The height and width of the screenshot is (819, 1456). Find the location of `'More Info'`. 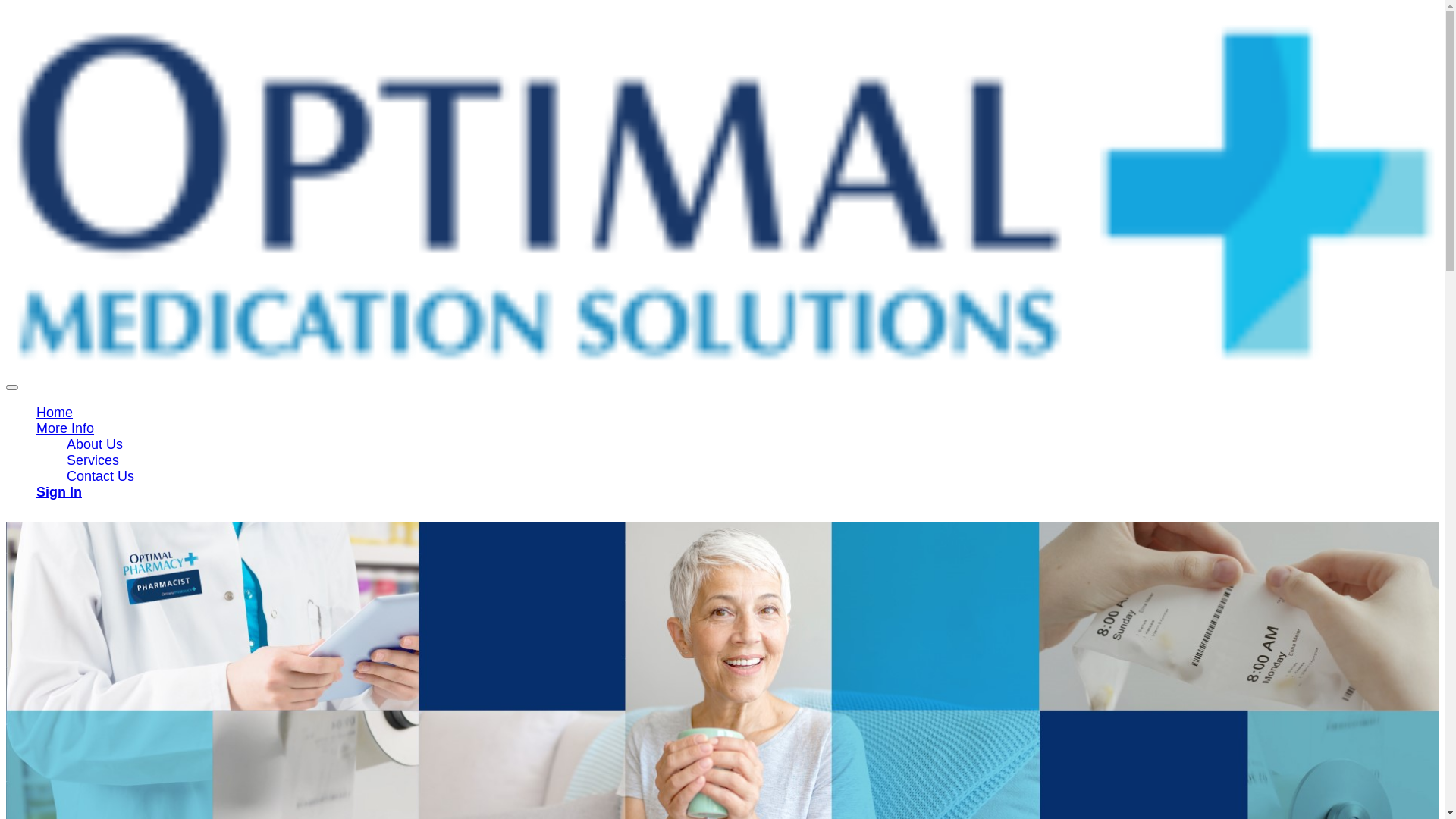

'More Info' is located at coordinates (64, 428).